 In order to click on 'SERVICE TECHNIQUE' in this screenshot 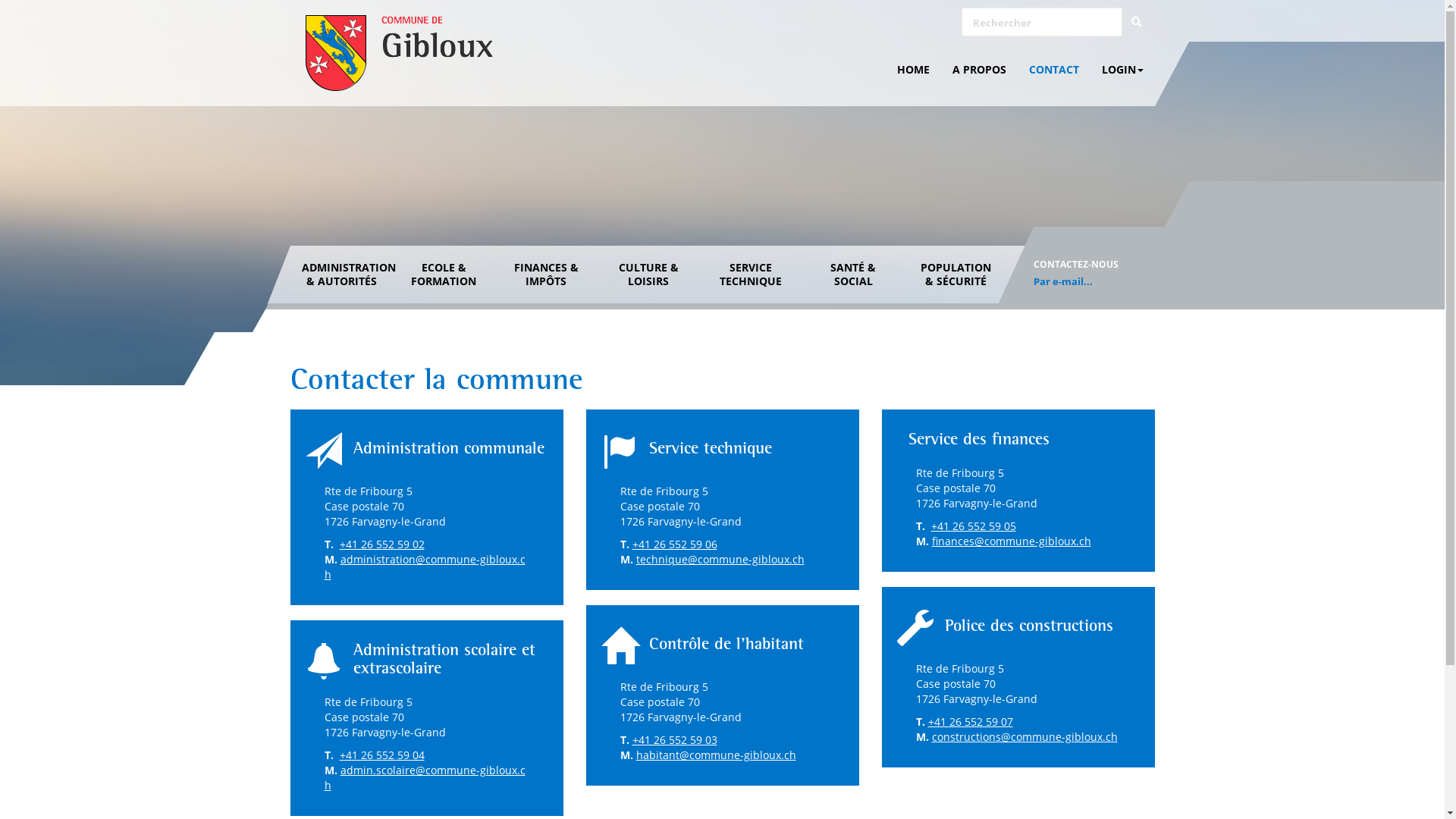, I will do `click(750, 275)`.